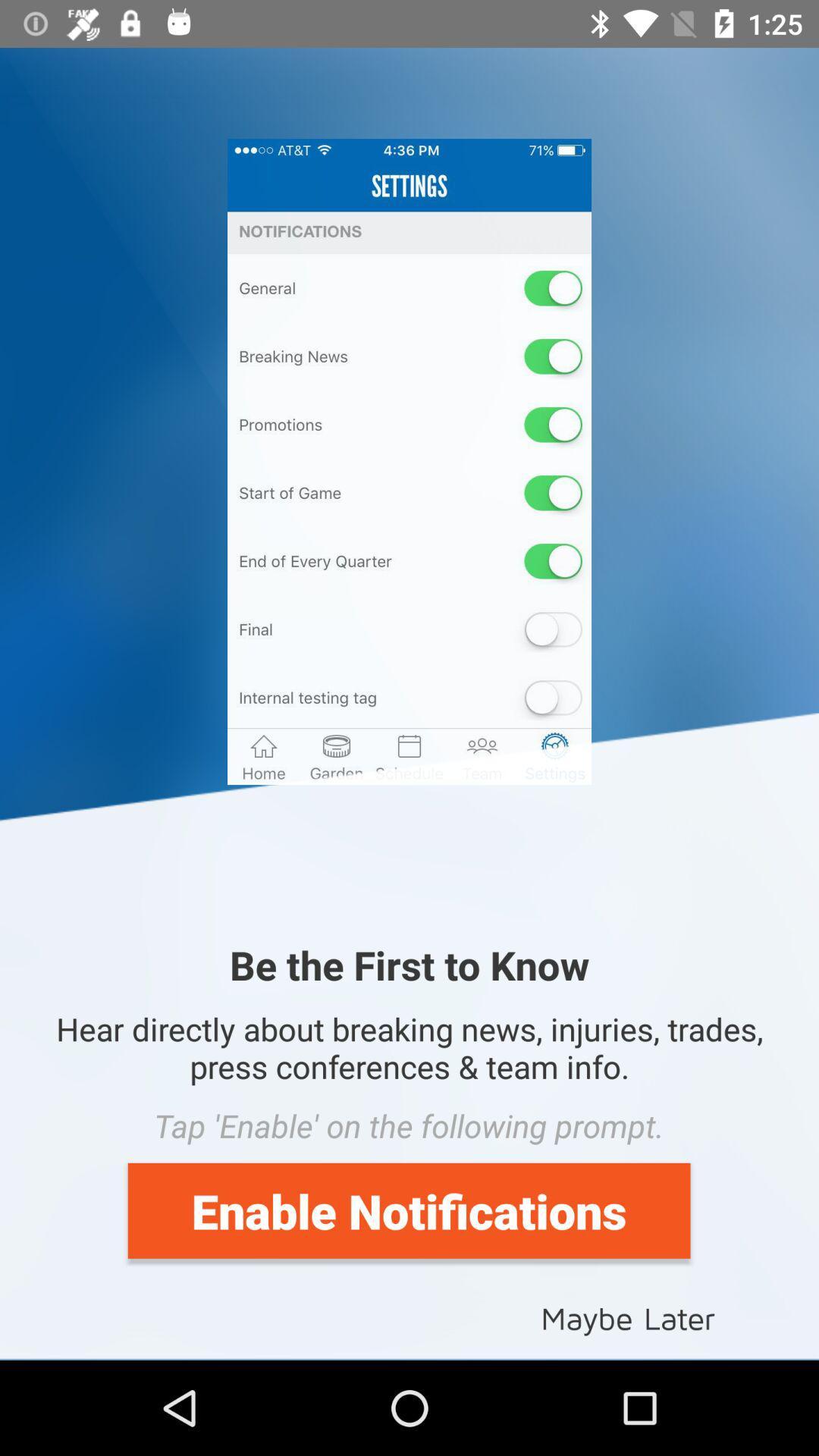  I want to click on enable notifications item, so click(408, 1210).